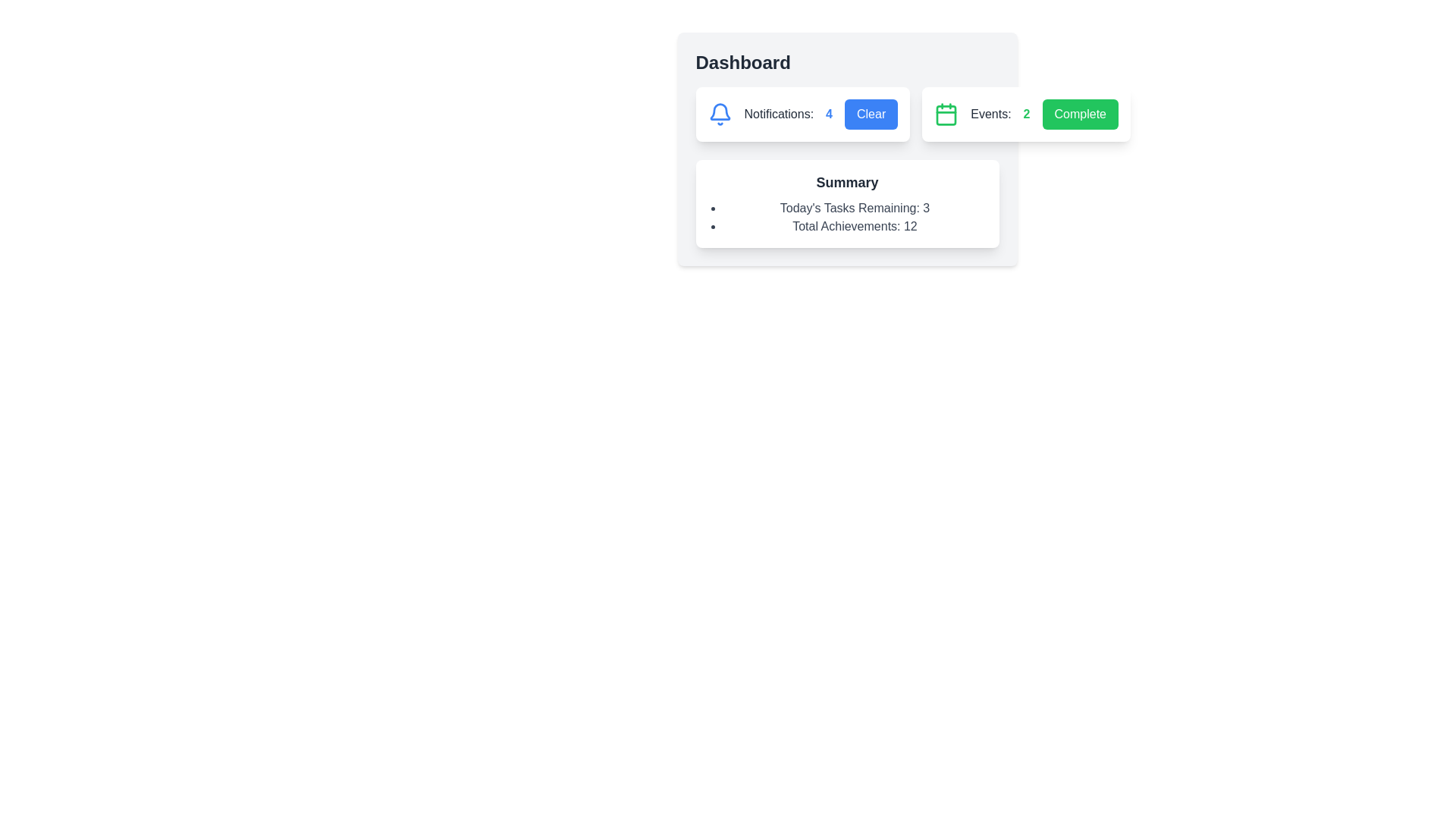  What do you see at coordinates (946, 115) in the screenshot?
I see `the rectangular SVG shape with rounded corners embedded in the calendar icon, located centrally within the calendar icon in the events-related section of the dashboard interface` at bounding box center [946, 115].